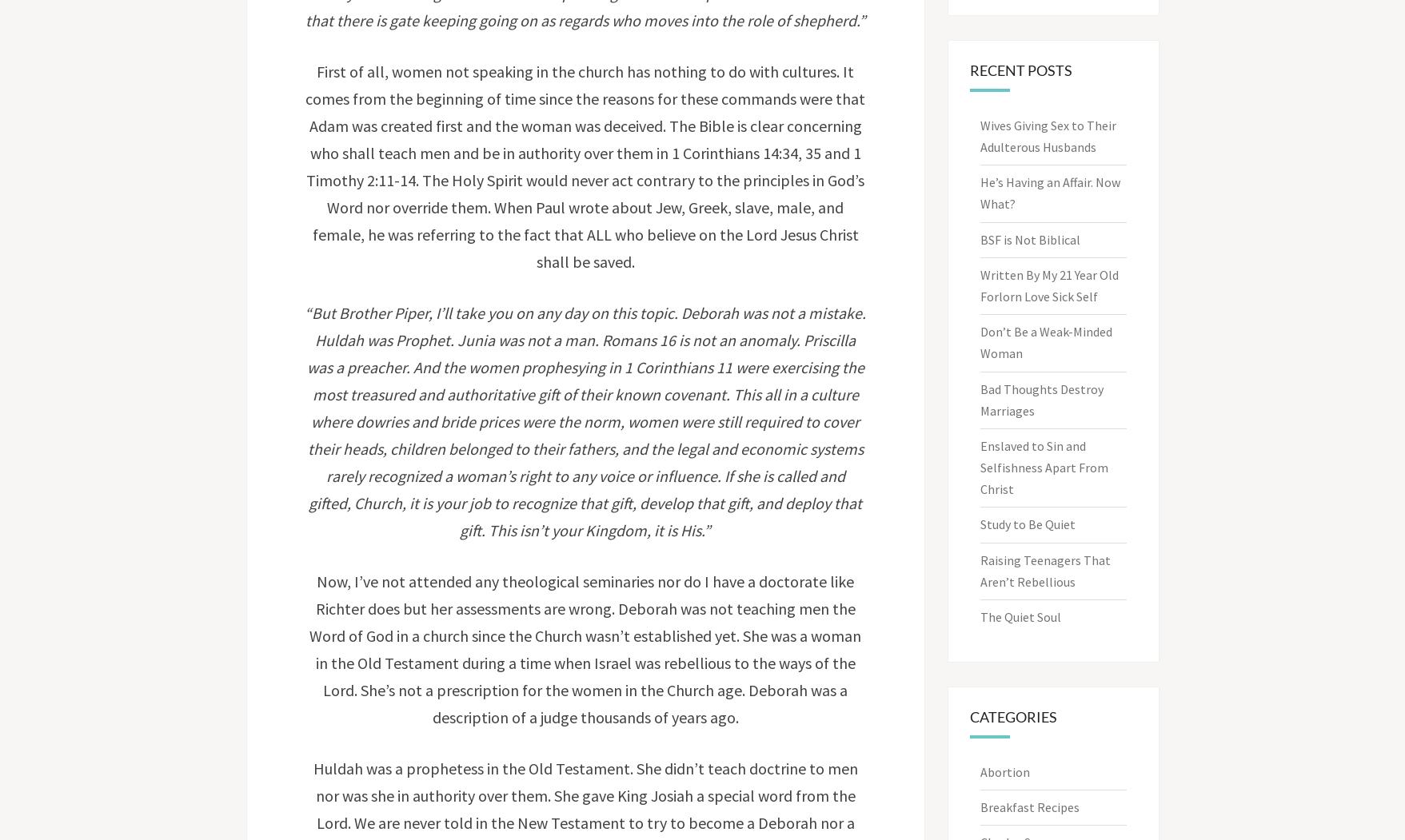 This screenshot has width=1405, height=840. What do you see at coordinates (980, 399) in the screenshot?
I see `'Bad Thoughts Destroy Marriages'` at bounding box center [980, 399].